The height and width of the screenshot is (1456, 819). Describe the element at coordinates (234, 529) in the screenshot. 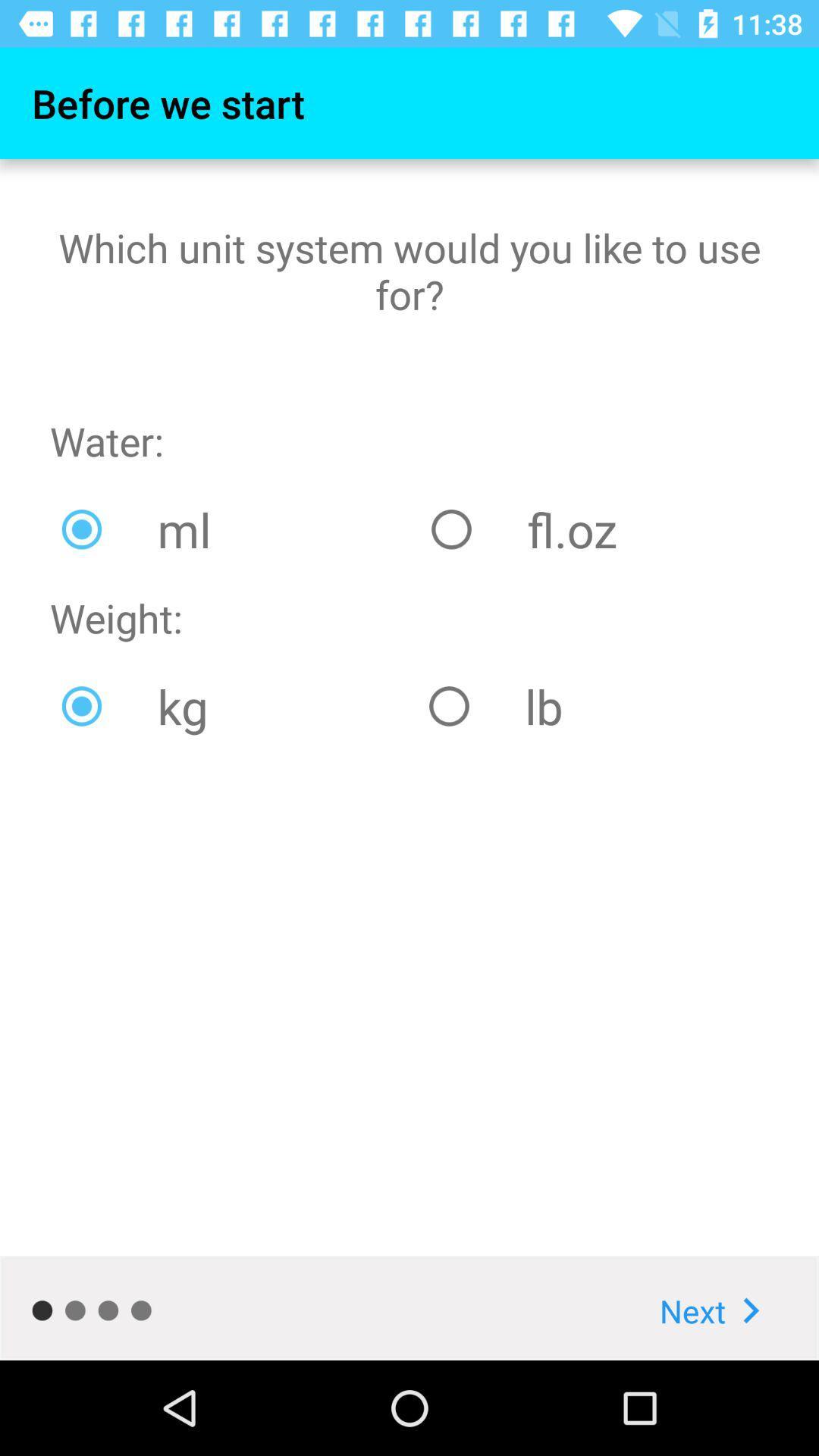

I see `the ml icon` at that location.